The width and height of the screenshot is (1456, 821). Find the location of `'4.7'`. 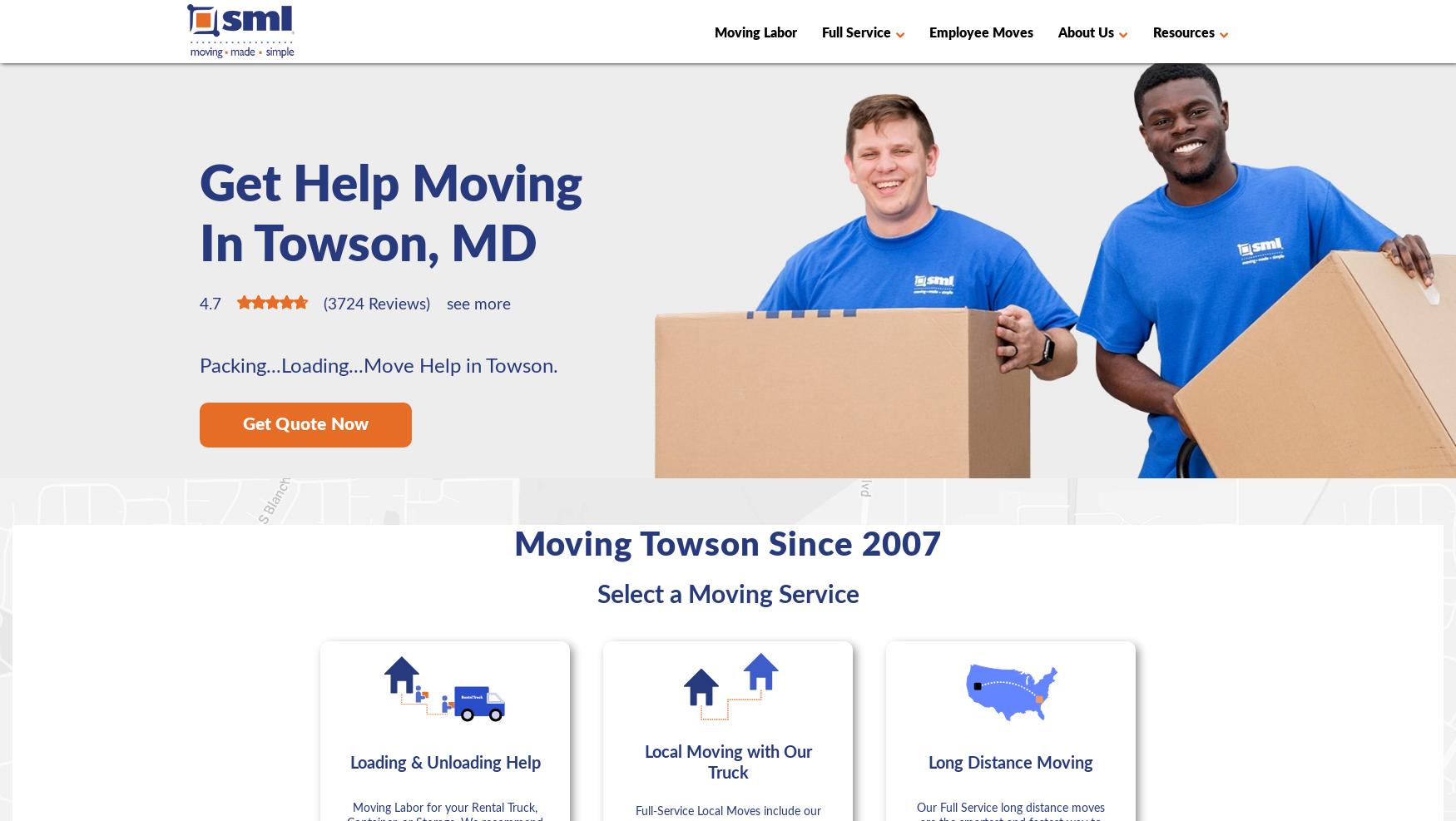

'4.7' is located at coordinates (210, 304).